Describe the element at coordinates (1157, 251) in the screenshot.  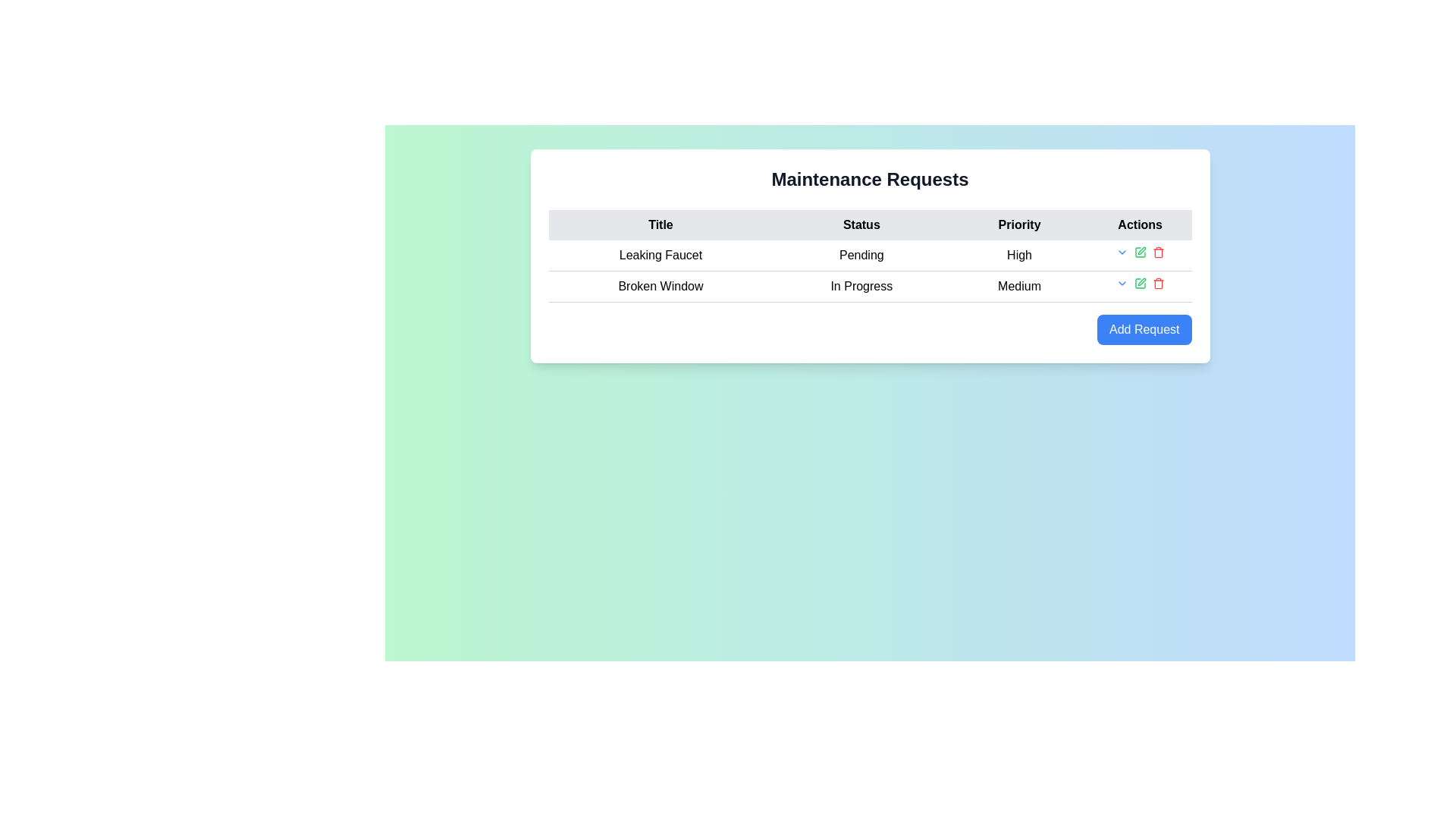
I see `the small red trash can icon button in the 'Actions' column of the first row in the data table` at that location.